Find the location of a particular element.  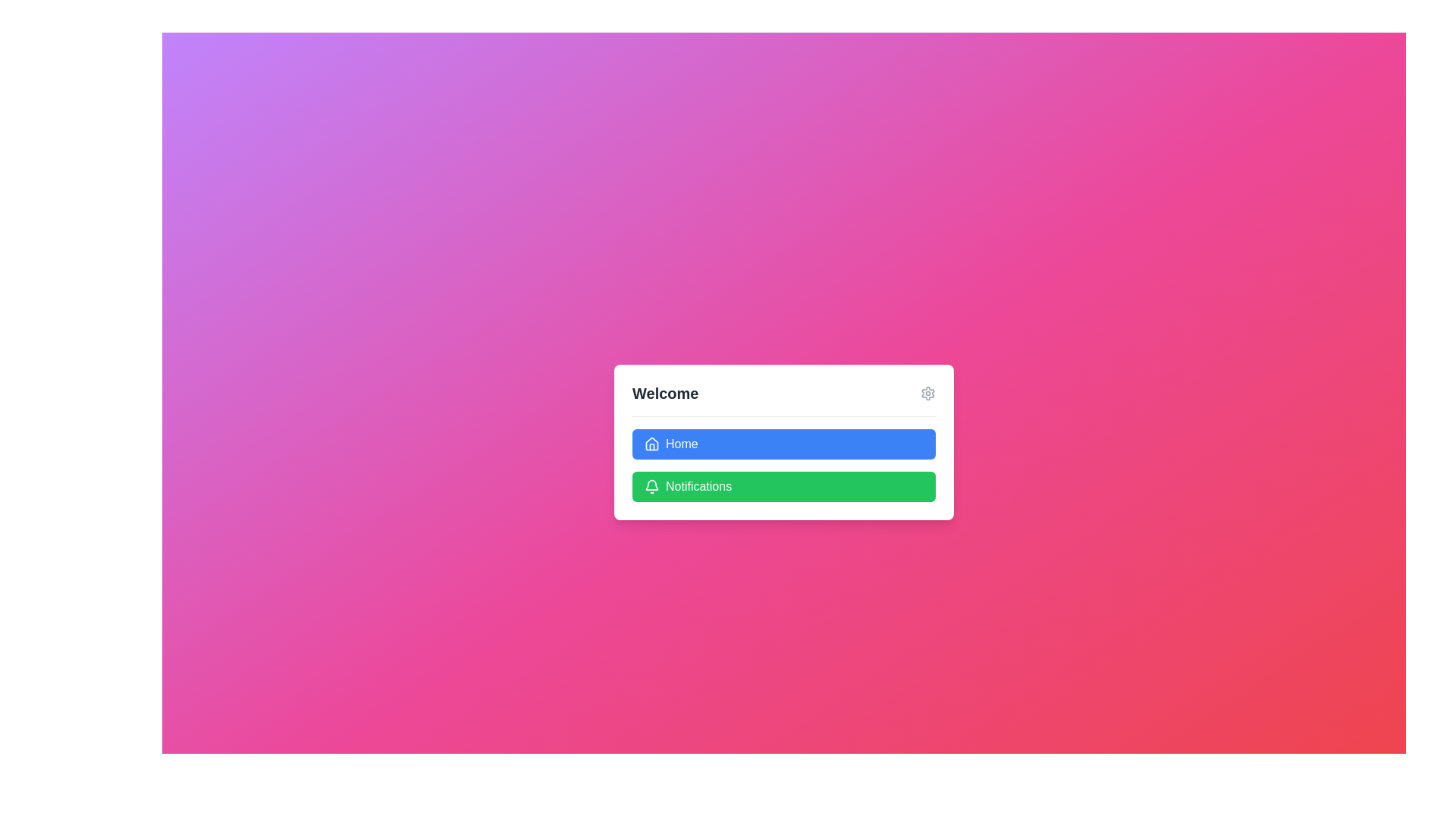

the house-shaped icon within the blue background of the 'Home' navigation button is located at coordinates (651, 444).